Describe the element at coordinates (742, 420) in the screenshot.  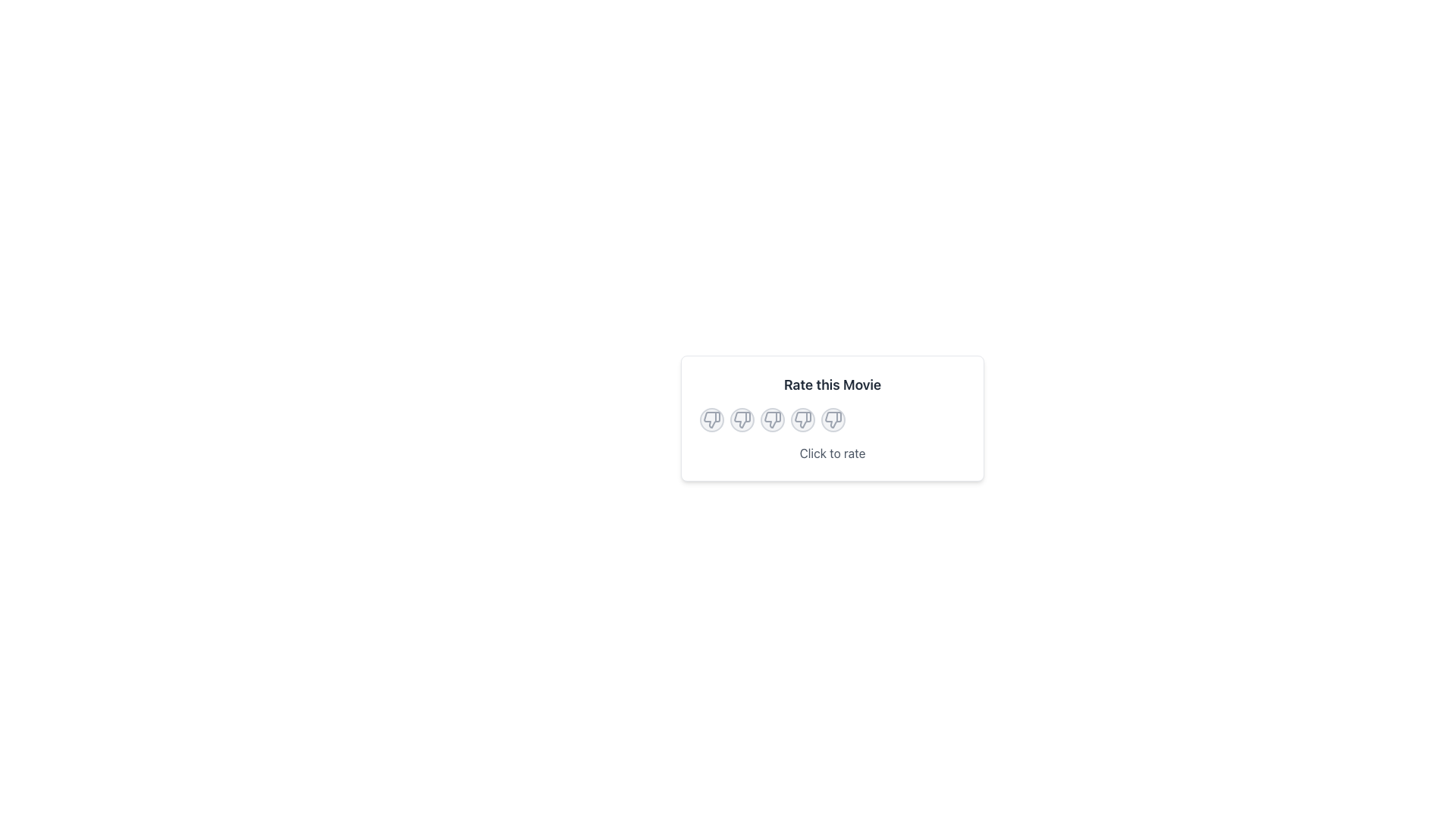
I see `the thumbs down icon to provide negative feedback, which is the second icon in a row of similar rating options` at that location.